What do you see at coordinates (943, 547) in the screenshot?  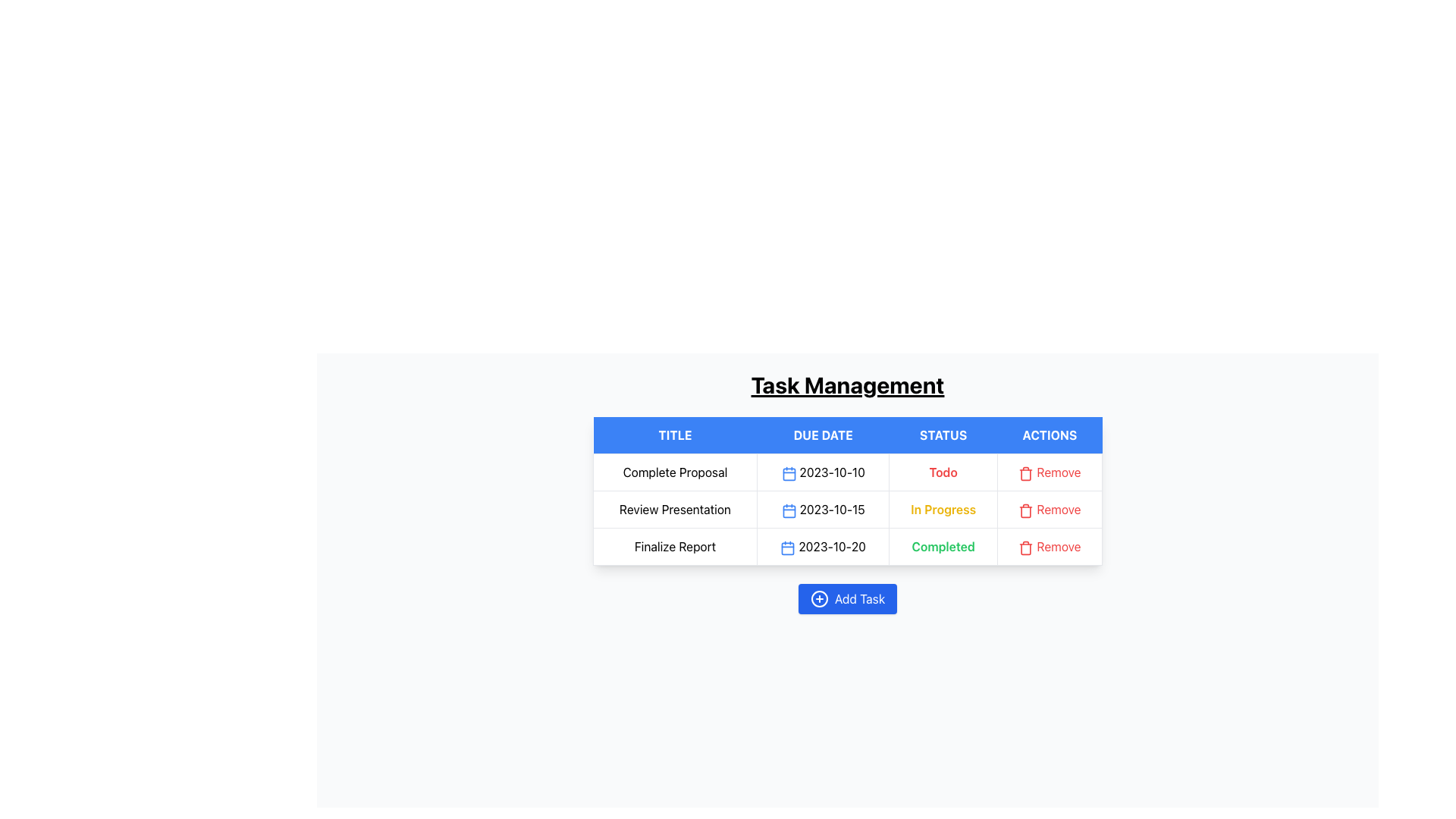 I see `the green text label displaying 'Completed' located in the third row under the 'STATUS' column next to the 'Remove' button` at bounding box center [943, 547].